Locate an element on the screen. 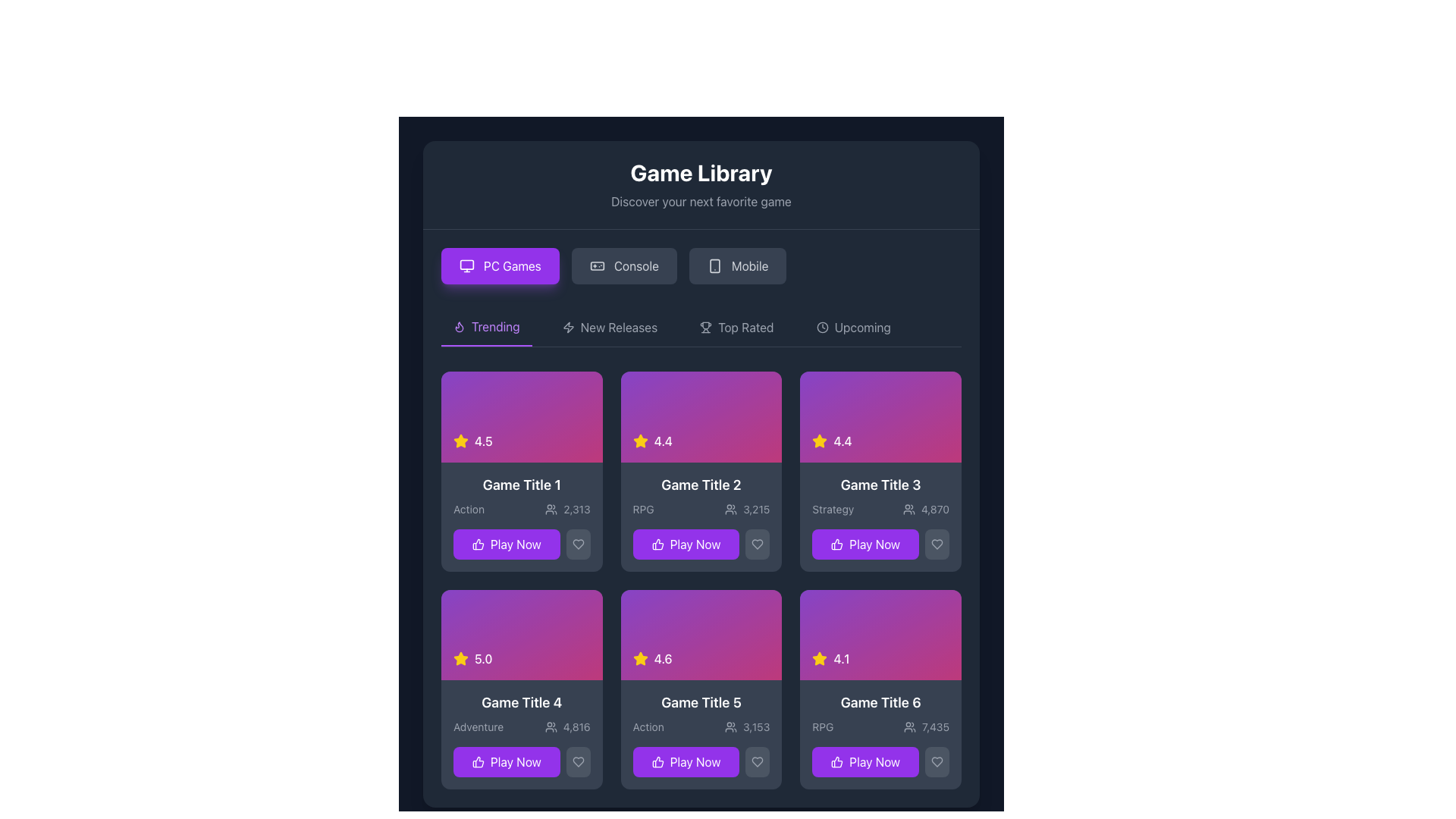 This screenshot has width=1456, height=819. the 'Play Now' button on the Game information card for 'Game Title 5', which is visually distinguished by a purple gradient background and located in the second row and second column of the game card grid is located at coordinates (701, 734).